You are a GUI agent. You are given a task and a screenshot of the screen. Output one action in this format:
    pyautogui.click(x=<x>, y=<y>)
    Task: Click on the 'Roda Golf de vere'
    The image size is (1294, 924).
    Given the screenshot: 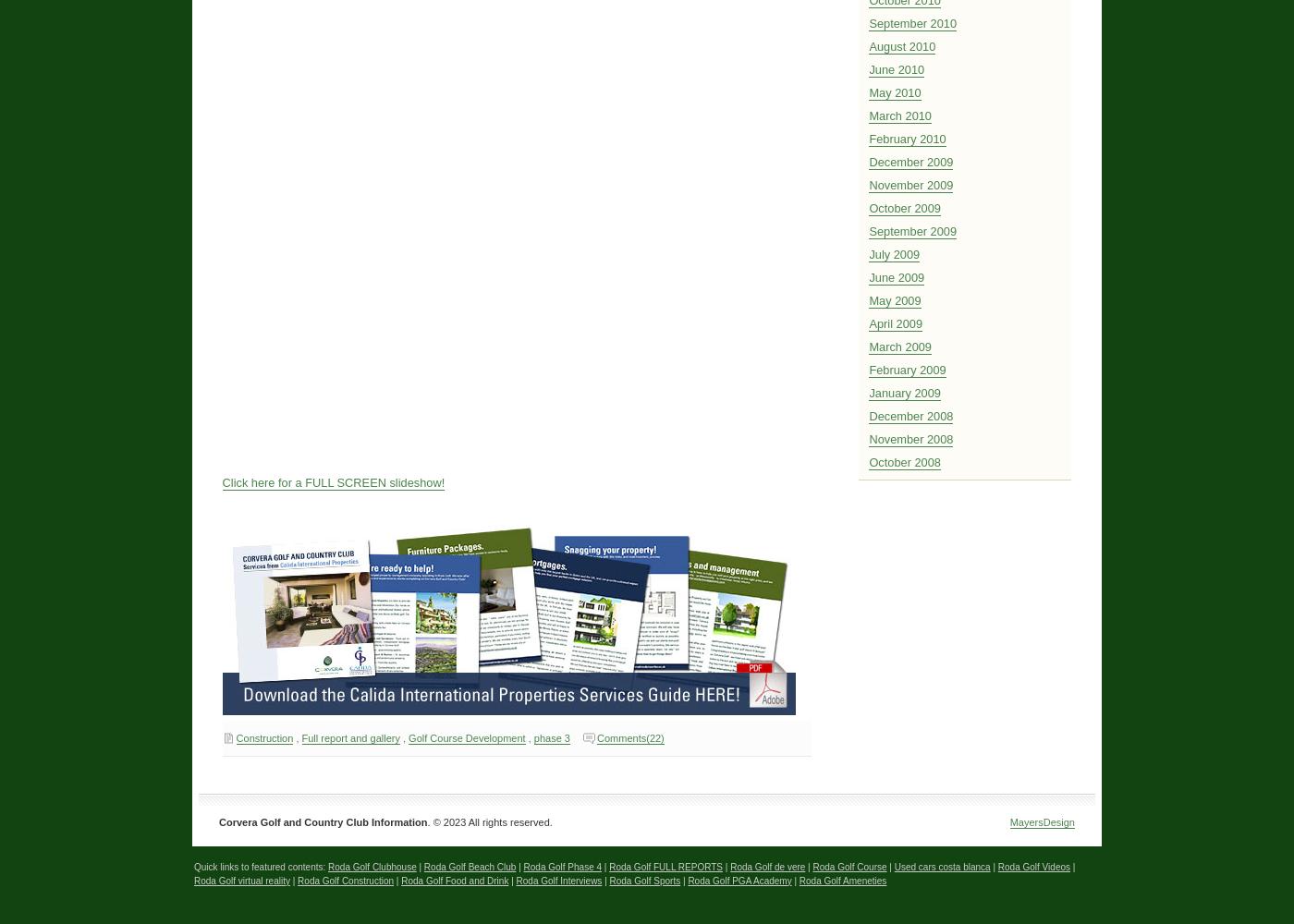 What is the action you would take?
    pyautogui.click(x=767, y=866)
    